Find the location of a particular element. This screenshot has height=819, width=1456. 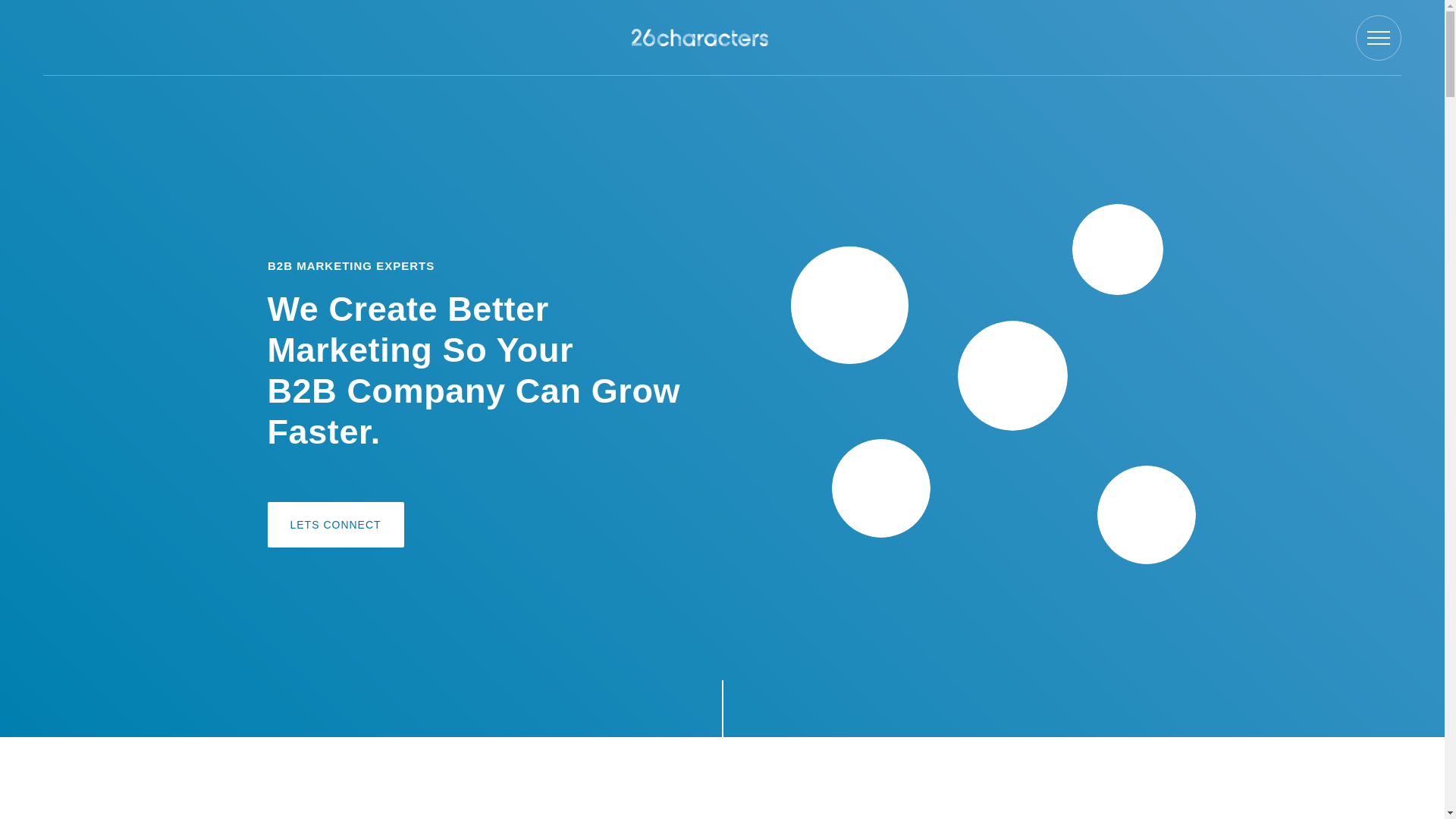

'LETS CONNECT' is located at coordinates (334, 523).